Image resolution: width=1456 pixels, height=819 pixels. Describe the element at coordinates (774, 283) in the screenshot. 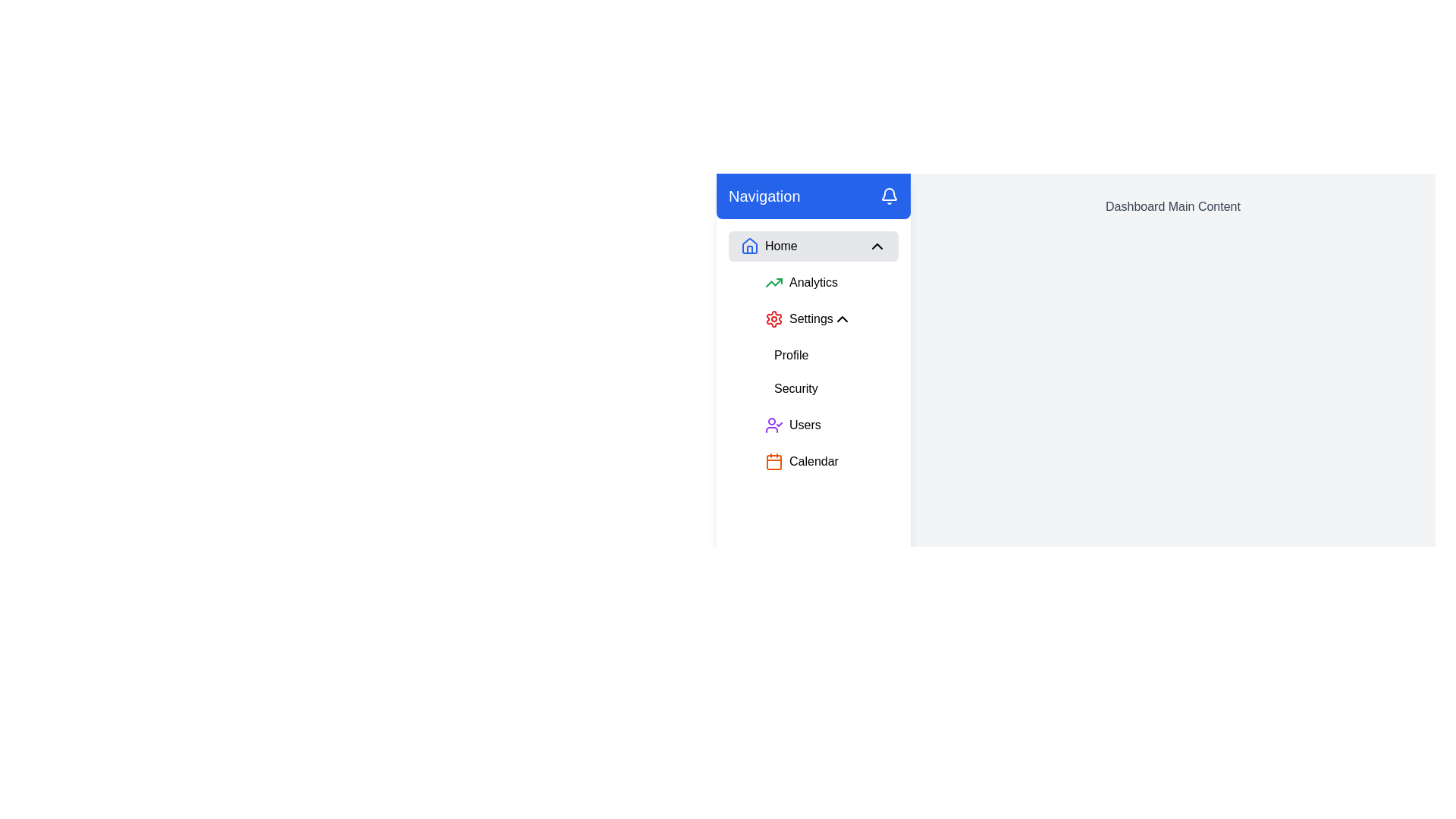

I see `the green upward arrow icon located within the 'Analytics' navigation item by moving the mouse pointer to it` at that location.